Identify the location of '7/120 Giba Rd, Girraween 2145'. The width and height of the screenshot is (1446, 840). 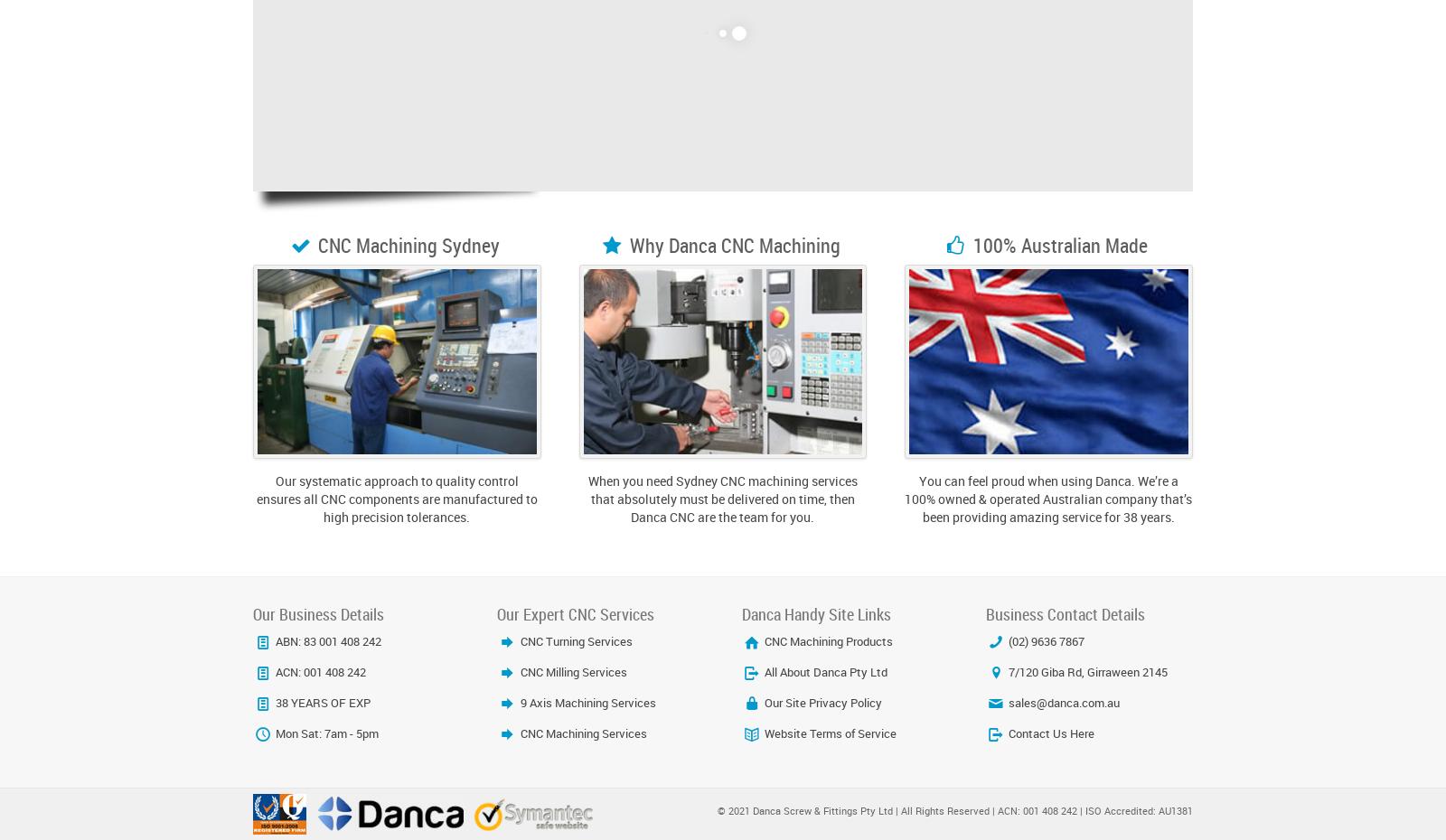
(1085, 670).